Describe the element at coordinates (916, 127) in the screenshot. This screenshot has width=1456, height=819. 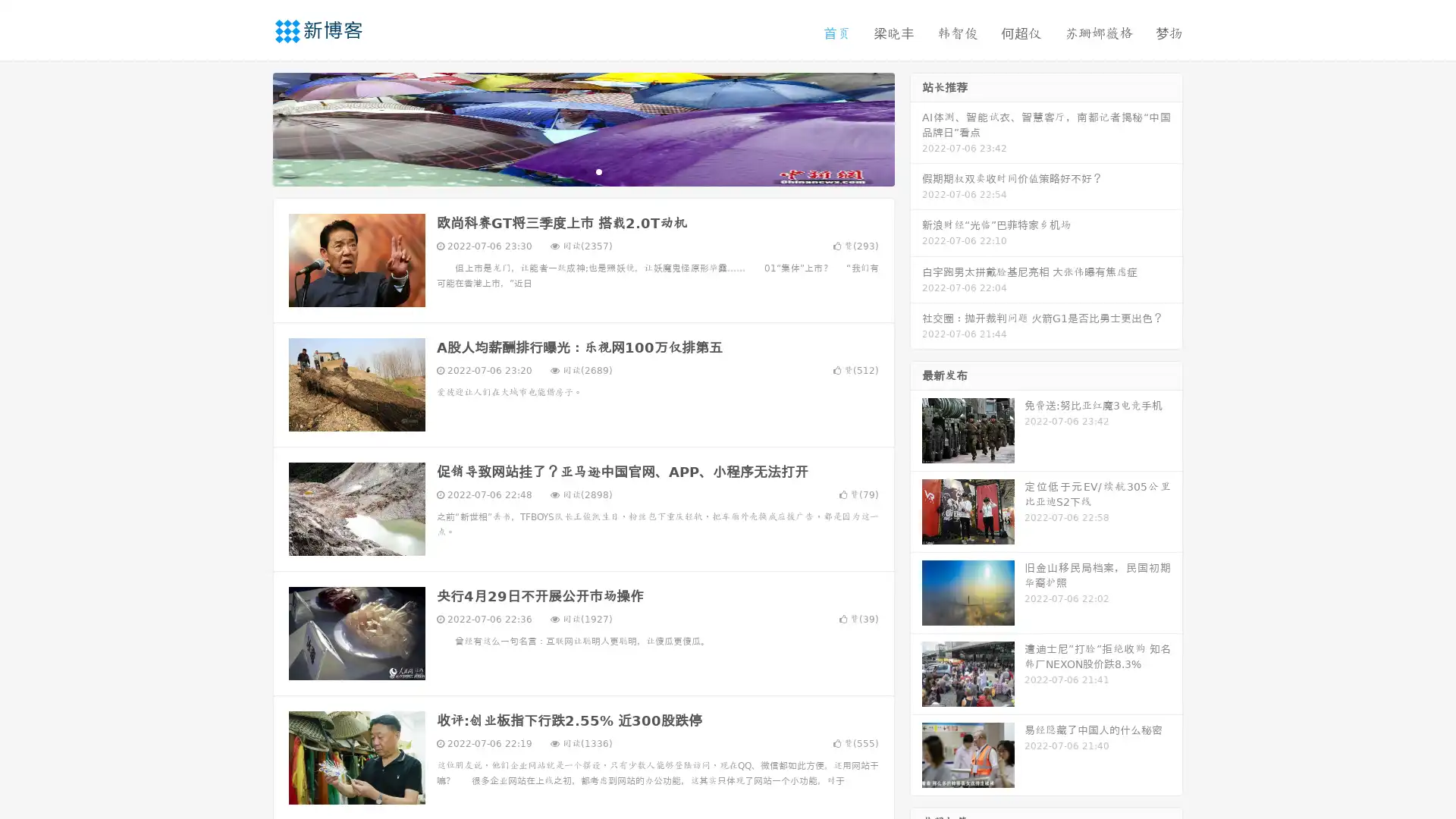
I see `Next slide` at that location.